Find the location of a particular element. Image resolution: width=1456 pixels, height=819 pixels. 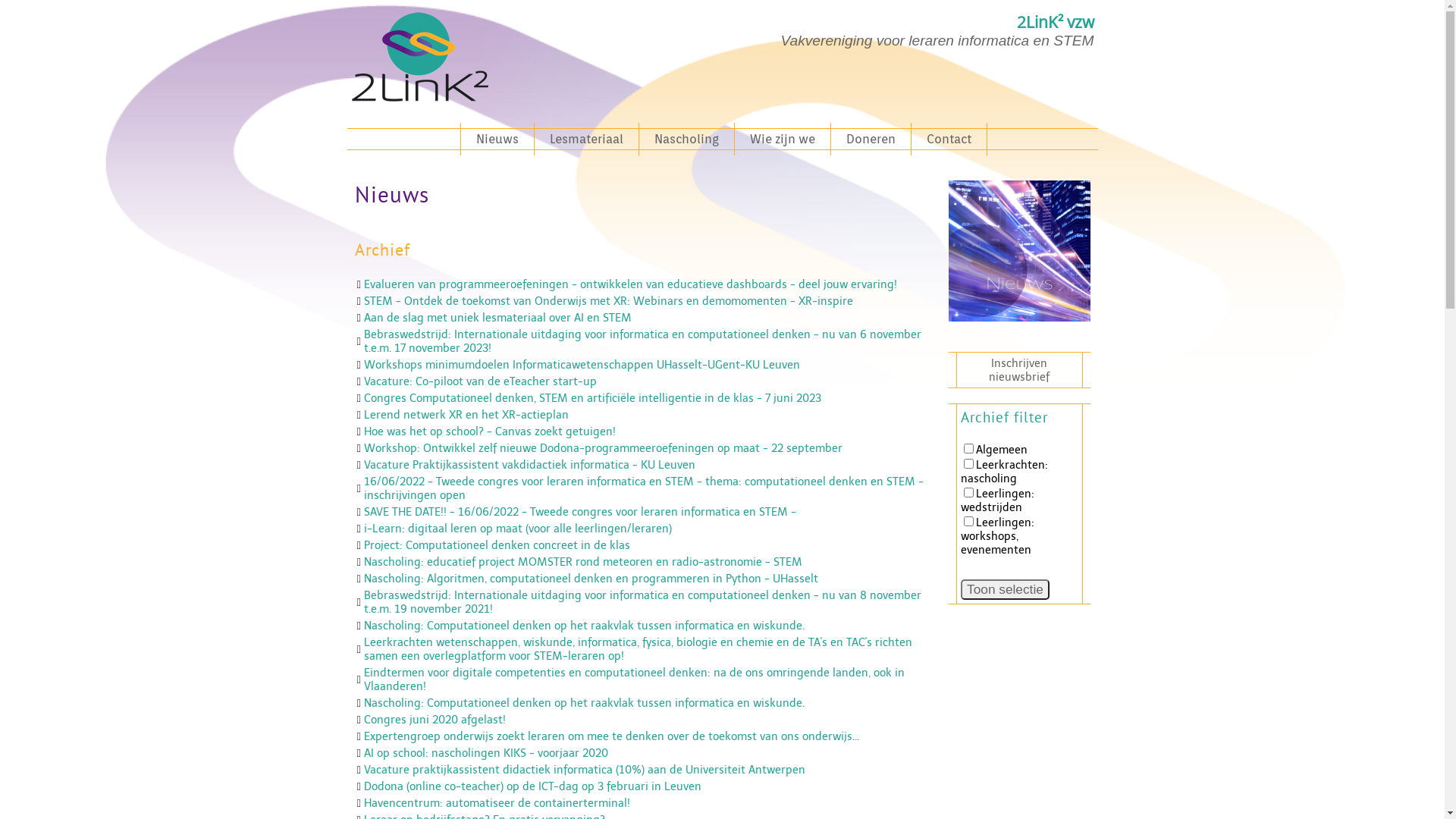

'Nieuws' is located at coordinates (497, 139).